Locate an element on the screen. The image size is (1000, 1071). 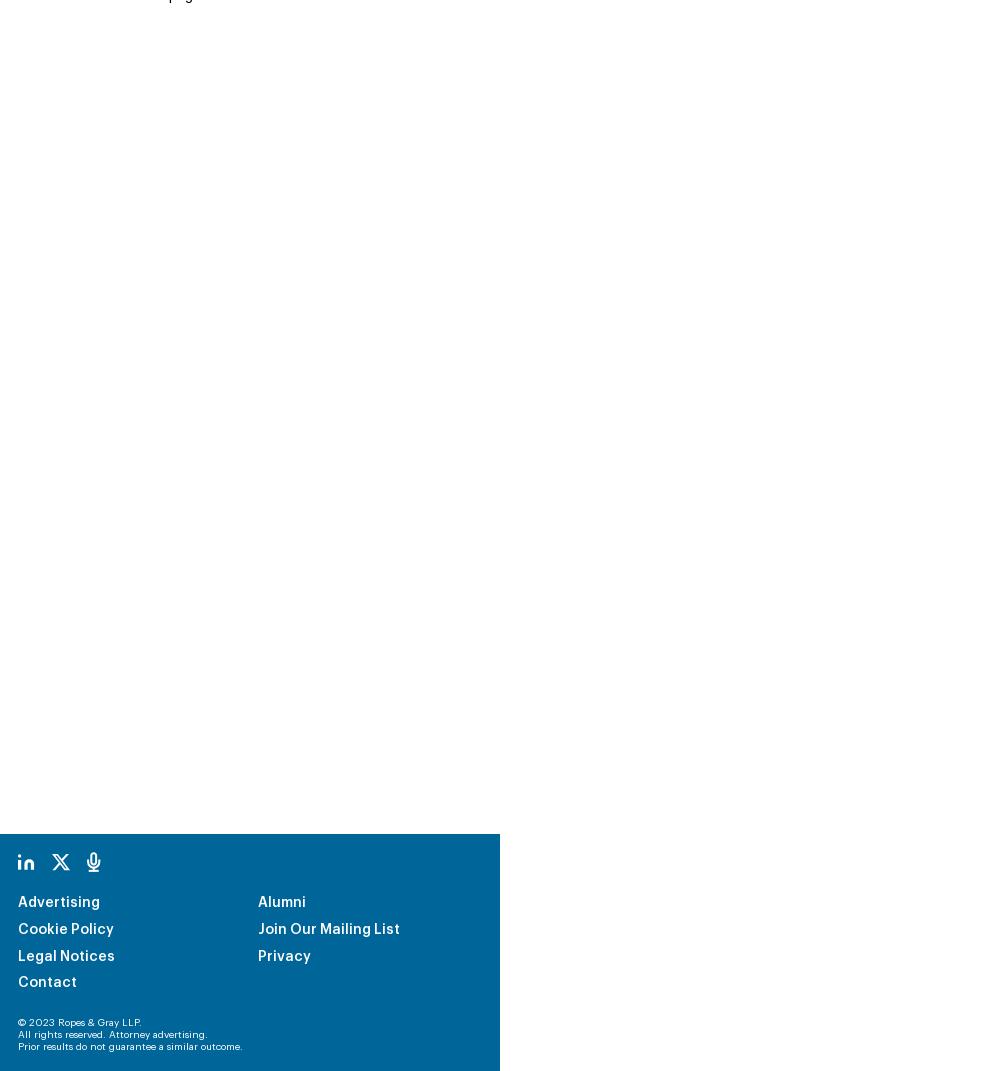
'Contact' is located at coordinates (18, 848).